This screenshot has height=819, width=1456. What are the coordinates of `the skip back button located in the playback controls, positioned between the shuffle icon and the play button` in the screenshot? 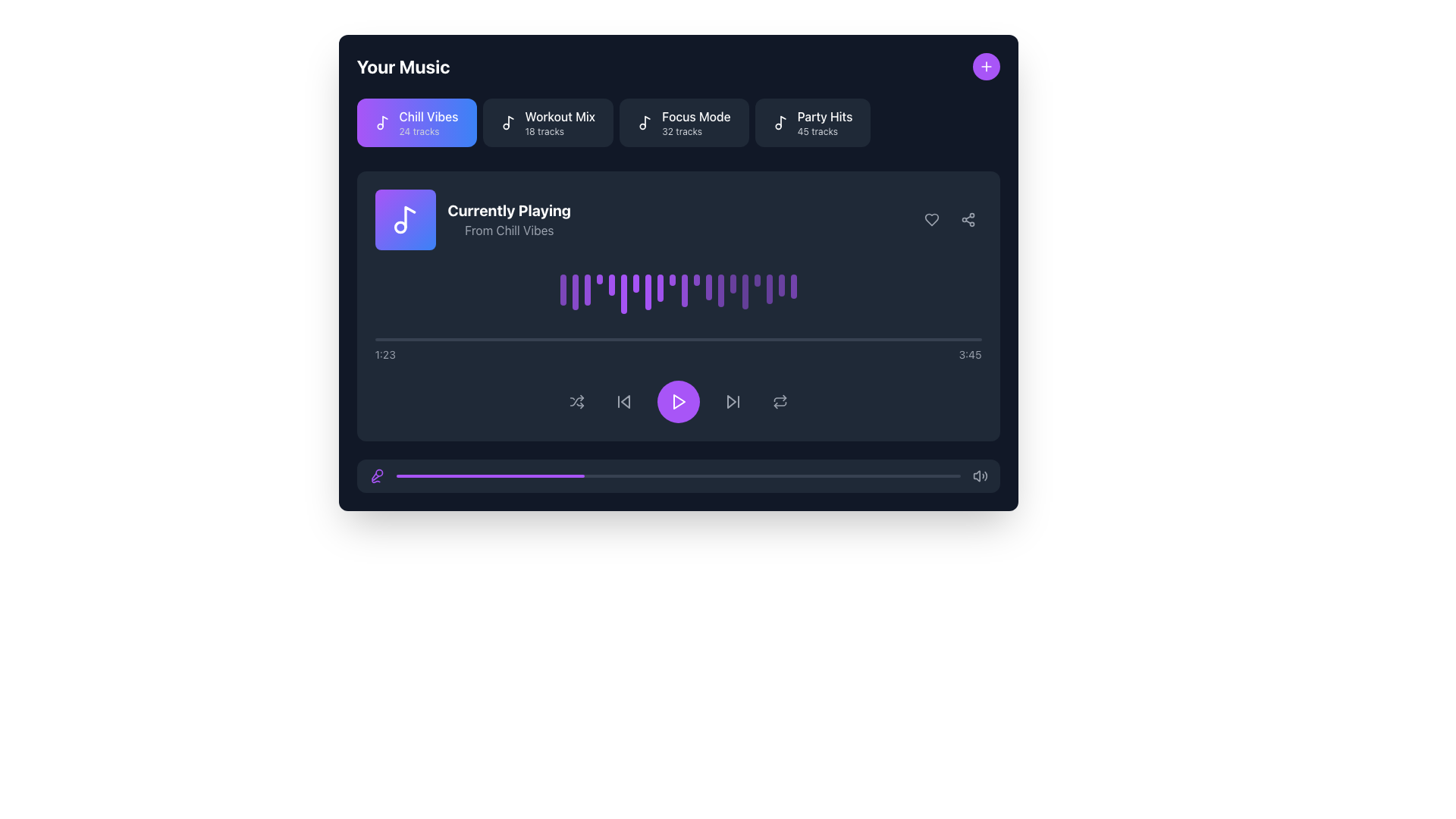 It's located at (623, 401).